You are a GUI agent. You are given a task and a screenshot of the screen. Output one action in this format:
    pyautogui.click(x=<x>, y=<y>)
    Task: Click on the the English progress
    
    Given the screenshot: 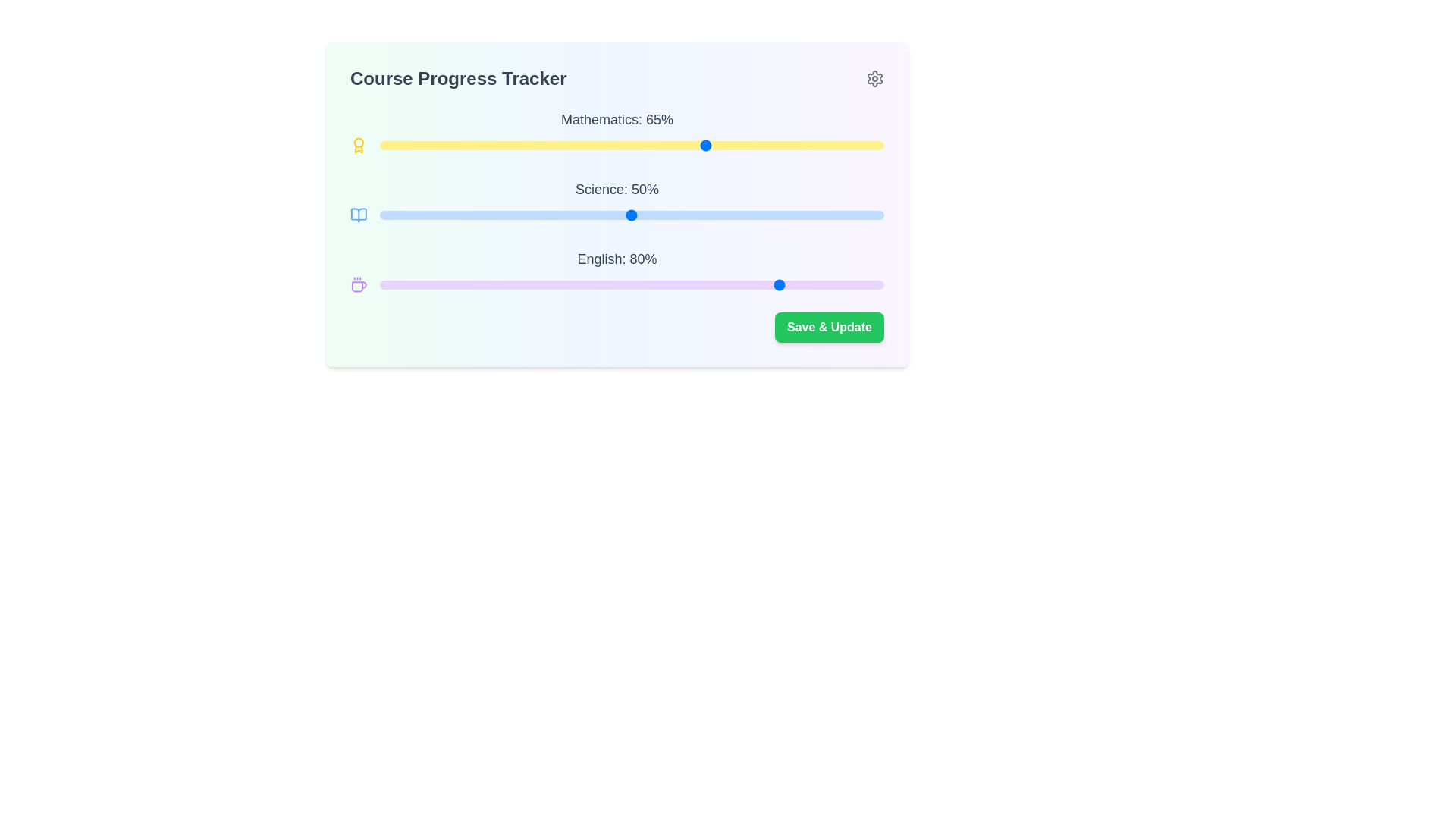 What is the action you would take?
    pyautogui.click(x=636, y=284)
    